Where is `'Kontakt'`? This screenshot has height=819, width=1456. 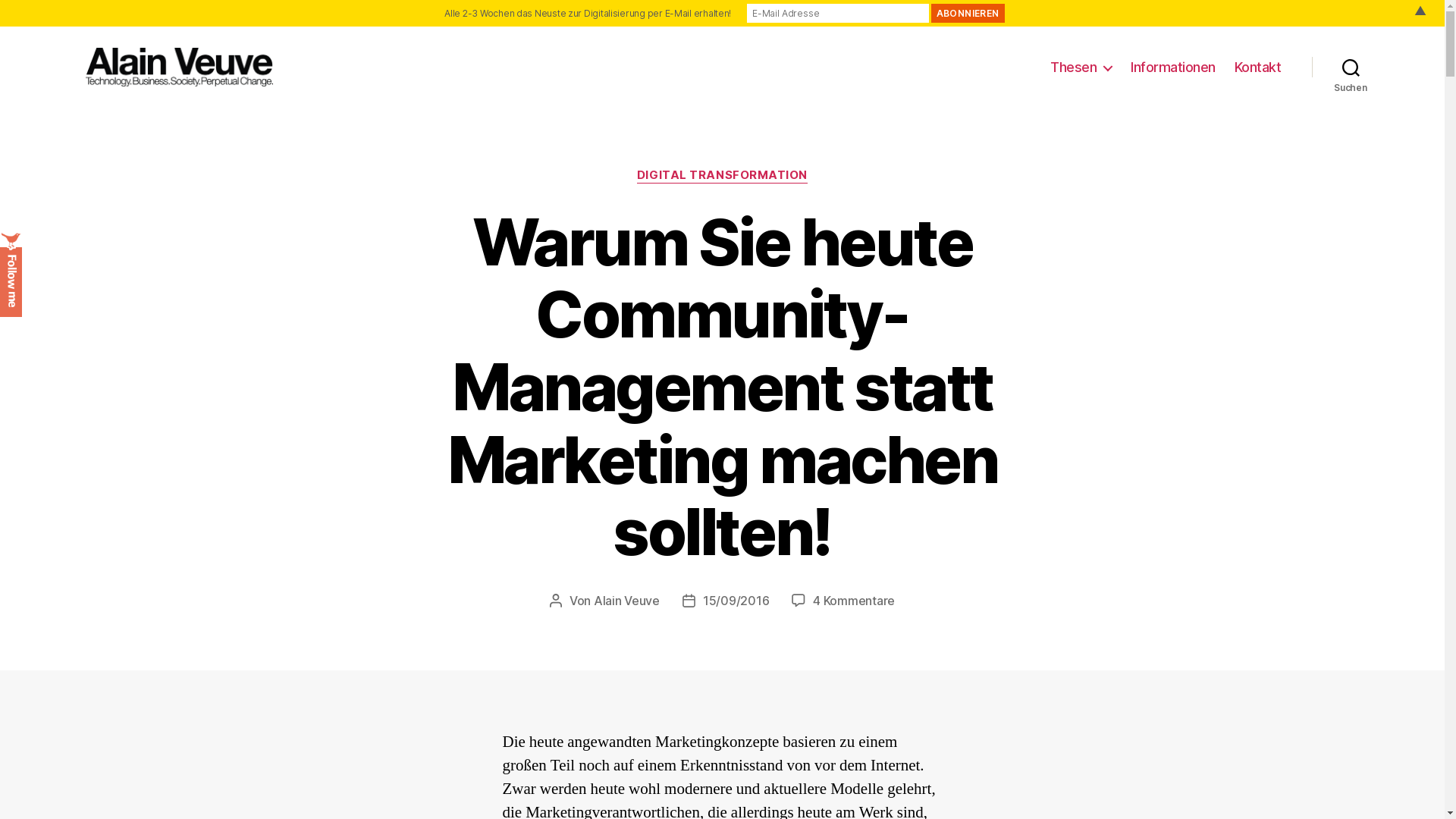 'Kontakt' is located at coordinates (1258, 66).